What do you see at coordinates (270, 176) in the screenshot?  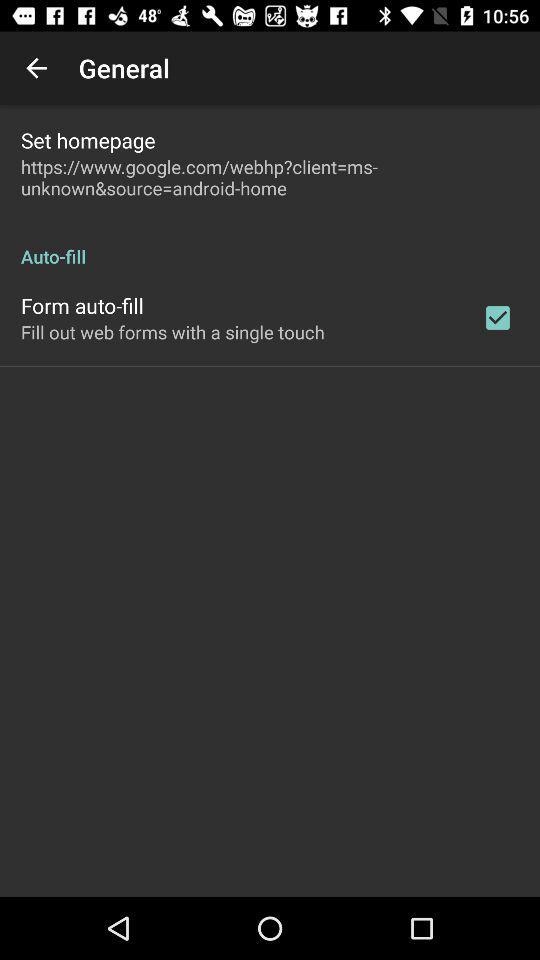 I see `https www google` at bounding box center [270, 176].